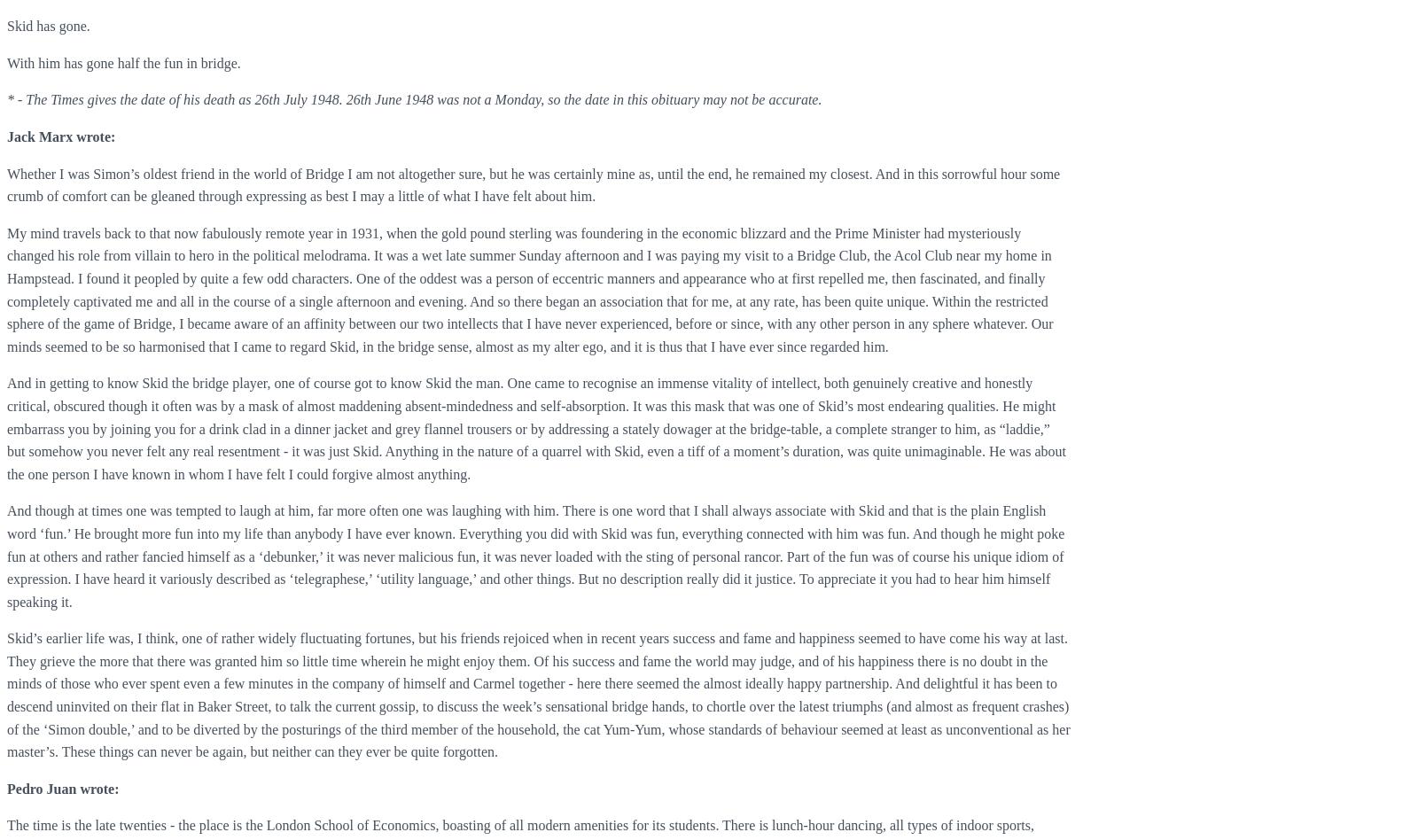  What do you see at coordinates (538, 695) in the screenshot?
I see `'Skid’s earlier life was, I think, one of rather widely fluctuating fortunes, but his friends rejoiced when in recent years success and fame and happiness seemed to have come his way at last.  They grieve the more that there was granted him so little time wherein he might enjoy them.  Of his success and fame the world may judge, and of his happiness there is no doubt in the minds of those who ever spent even a few minutes in the company of himself and Carmel together - here there seemed the almost ideally happy partnership.  And delightful it has been to descend uninvited on their flat in Baker Street, to talk the current gossip, to discuss the week’s sensational bridge hands, to chortle over the latest triumphs (and almost as frequent crashes) of the ‘Simon double,’ and to be diverted by the posturings of the third member of the household, the cat Yum-Yum, whose standards of behaviour seemed at least as unconventional as her master’s.  These things can never be again, but neither can they ever be quite forgotten.'` at bounding box center [538, 695].